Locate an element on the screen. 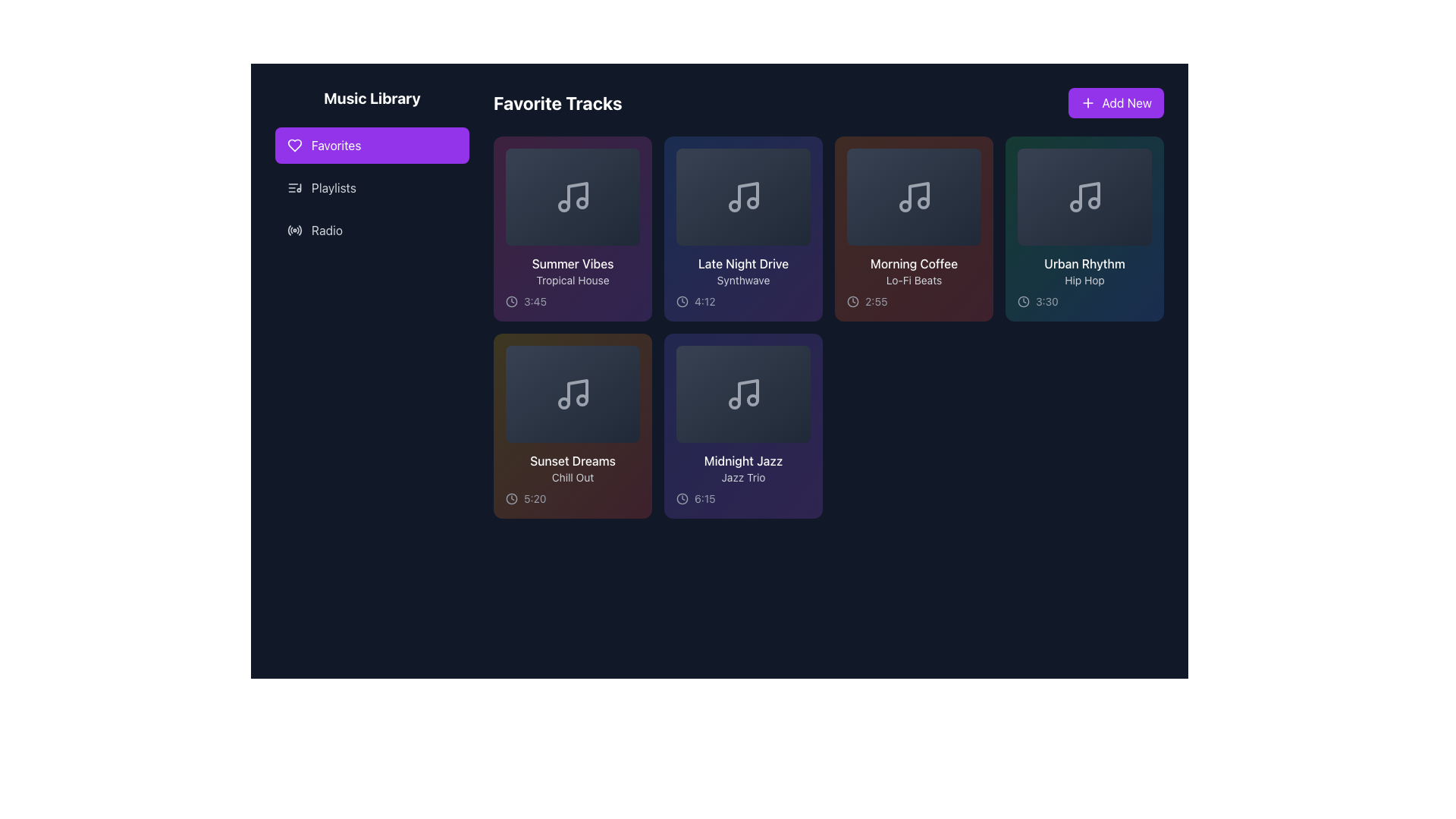 This screenshot has height=819, width=1456. the small circular play button located in the top-right corner of the 'Midnight Jazz' card to play the track is located at coordinates (800, 354).